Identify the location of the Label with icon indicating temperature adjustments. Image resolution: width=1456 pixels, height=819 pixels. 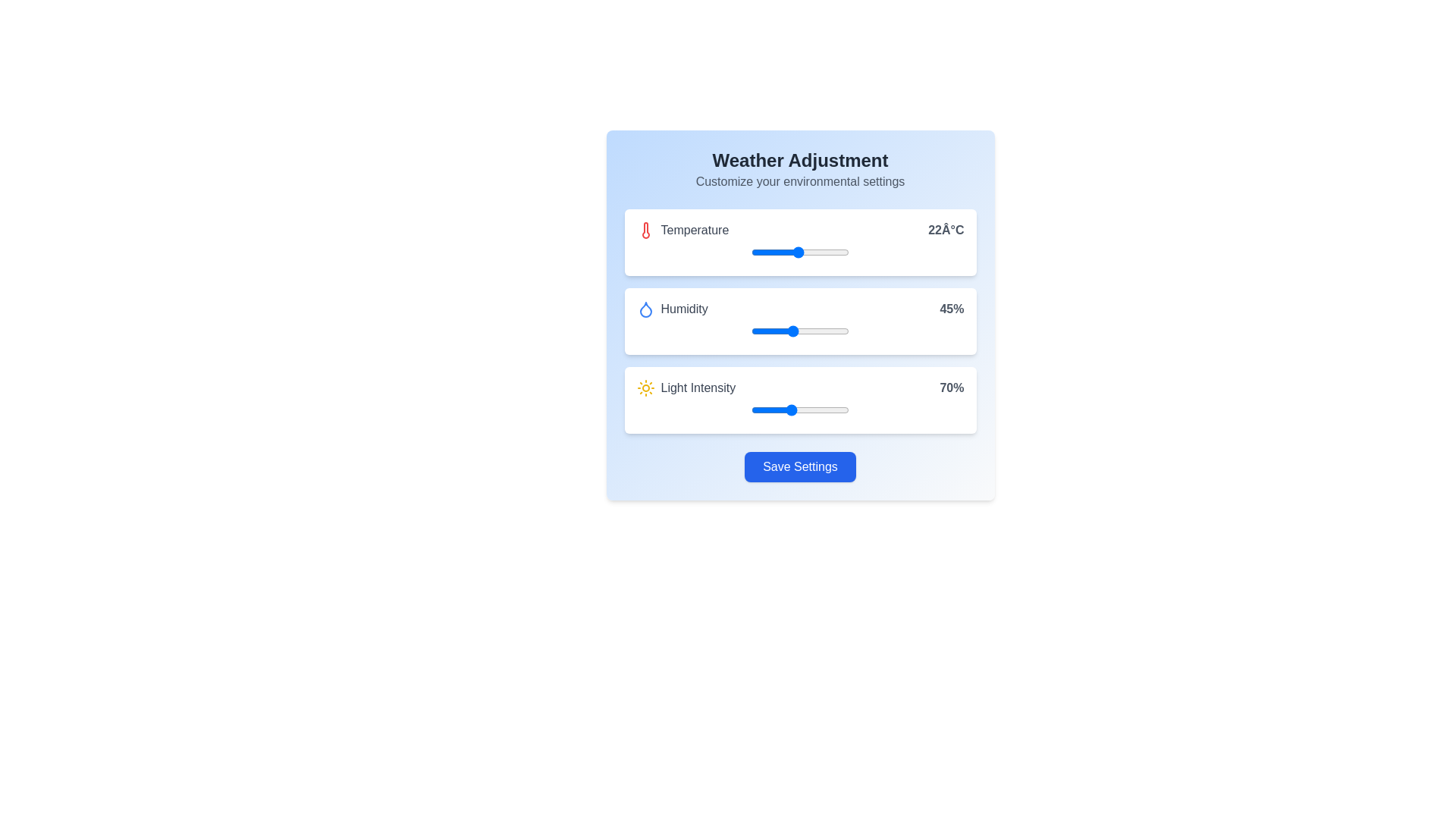
(682, 231).